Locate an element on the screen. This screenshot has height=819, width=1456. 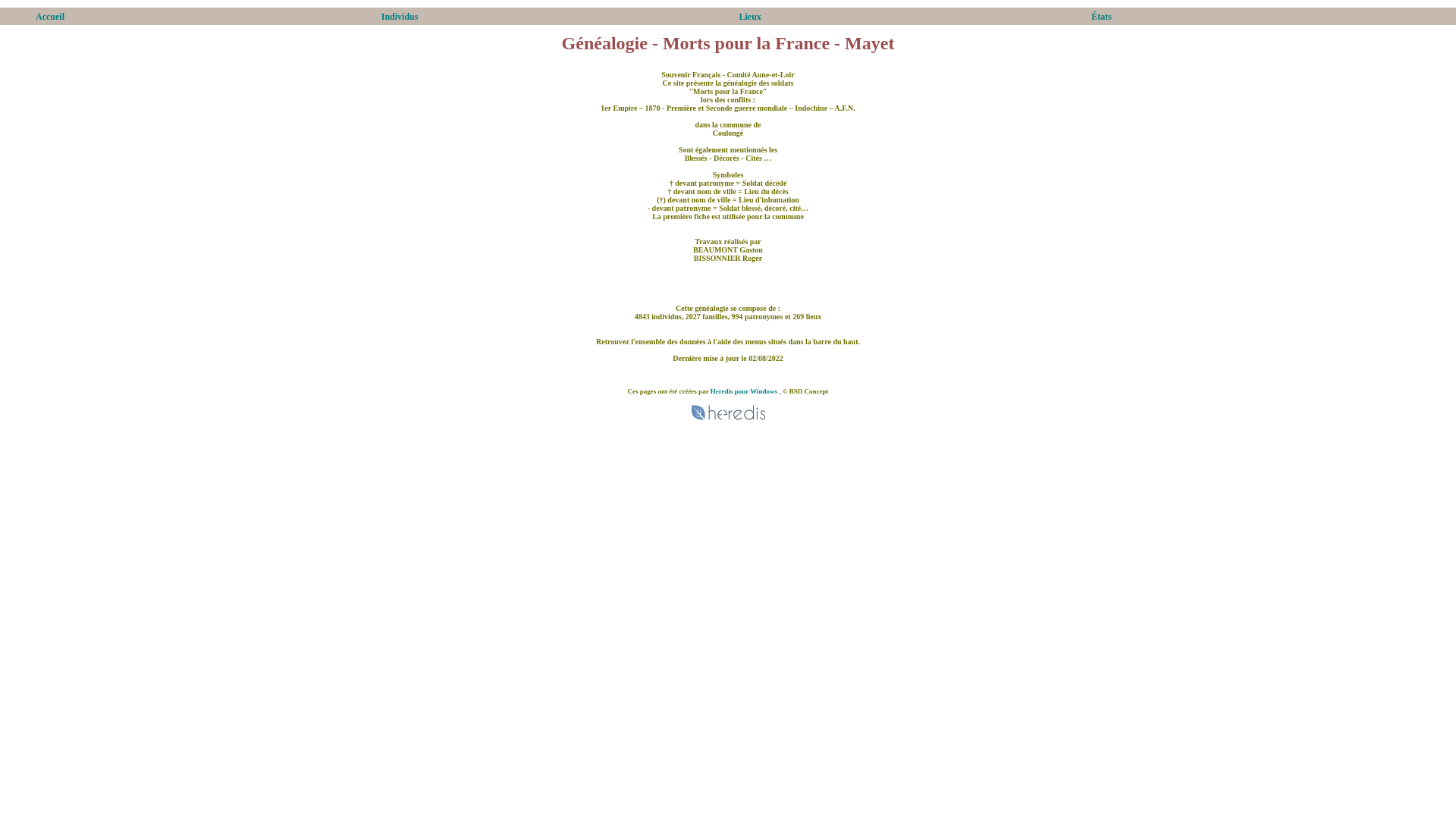
'Heredis pour Windows' is located at coordinates (743, 391).